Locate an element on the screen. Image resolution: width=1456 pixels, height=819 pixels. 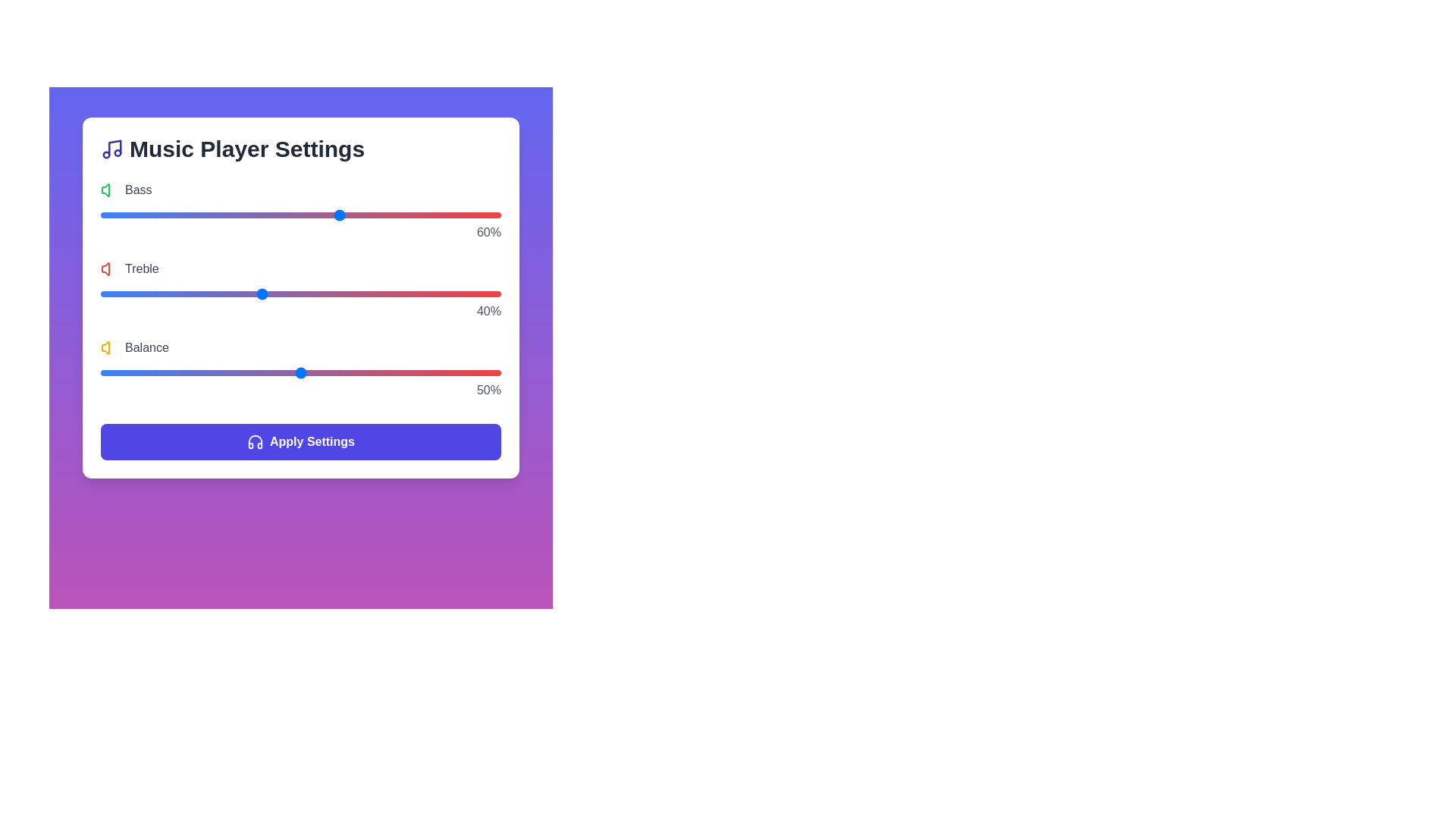
the 0 slider to 30% is located at coordinates (220, 215).